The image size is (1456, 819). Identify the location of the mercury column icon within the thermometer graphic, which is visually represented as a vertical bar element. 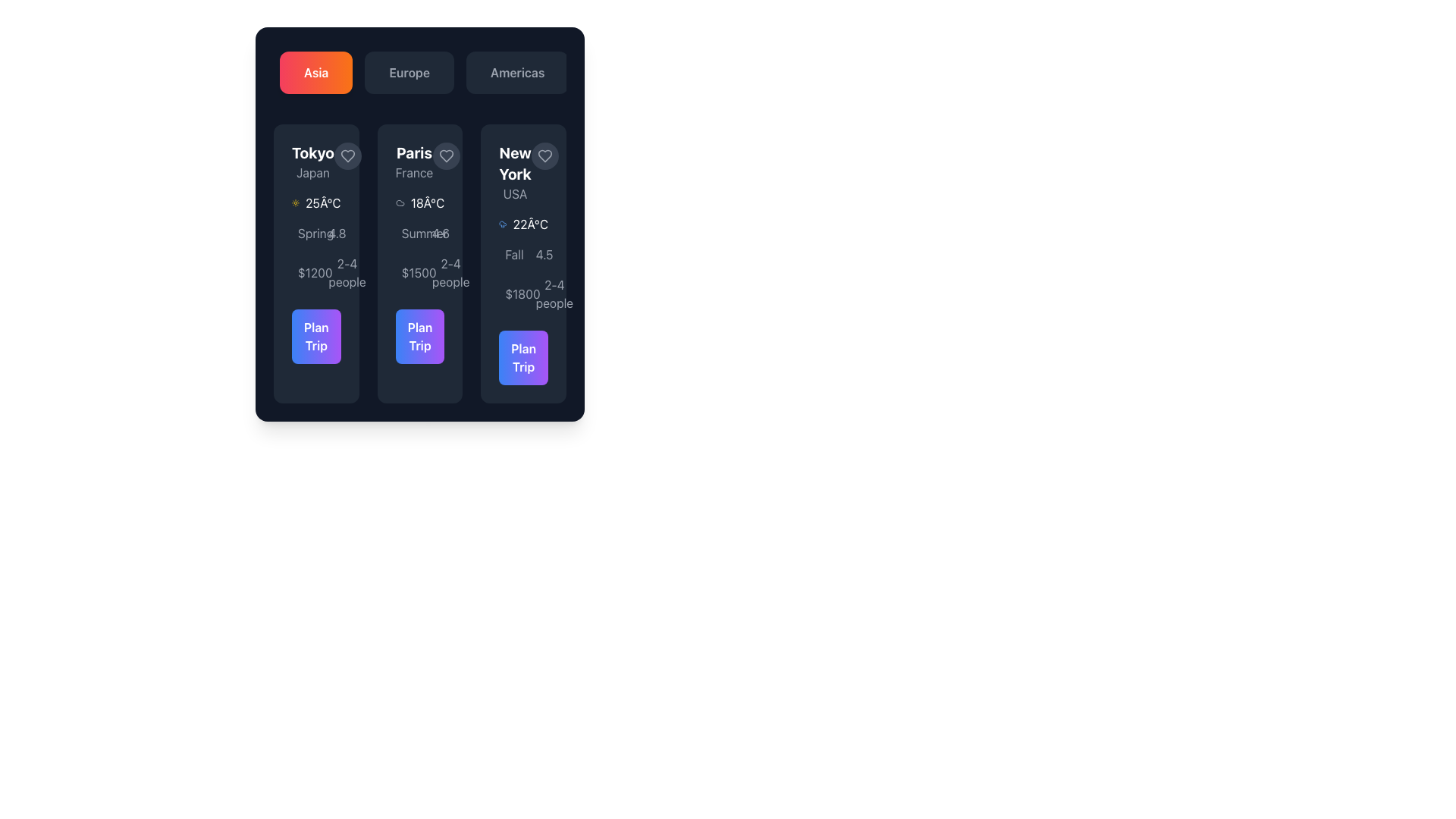
(335, 237).